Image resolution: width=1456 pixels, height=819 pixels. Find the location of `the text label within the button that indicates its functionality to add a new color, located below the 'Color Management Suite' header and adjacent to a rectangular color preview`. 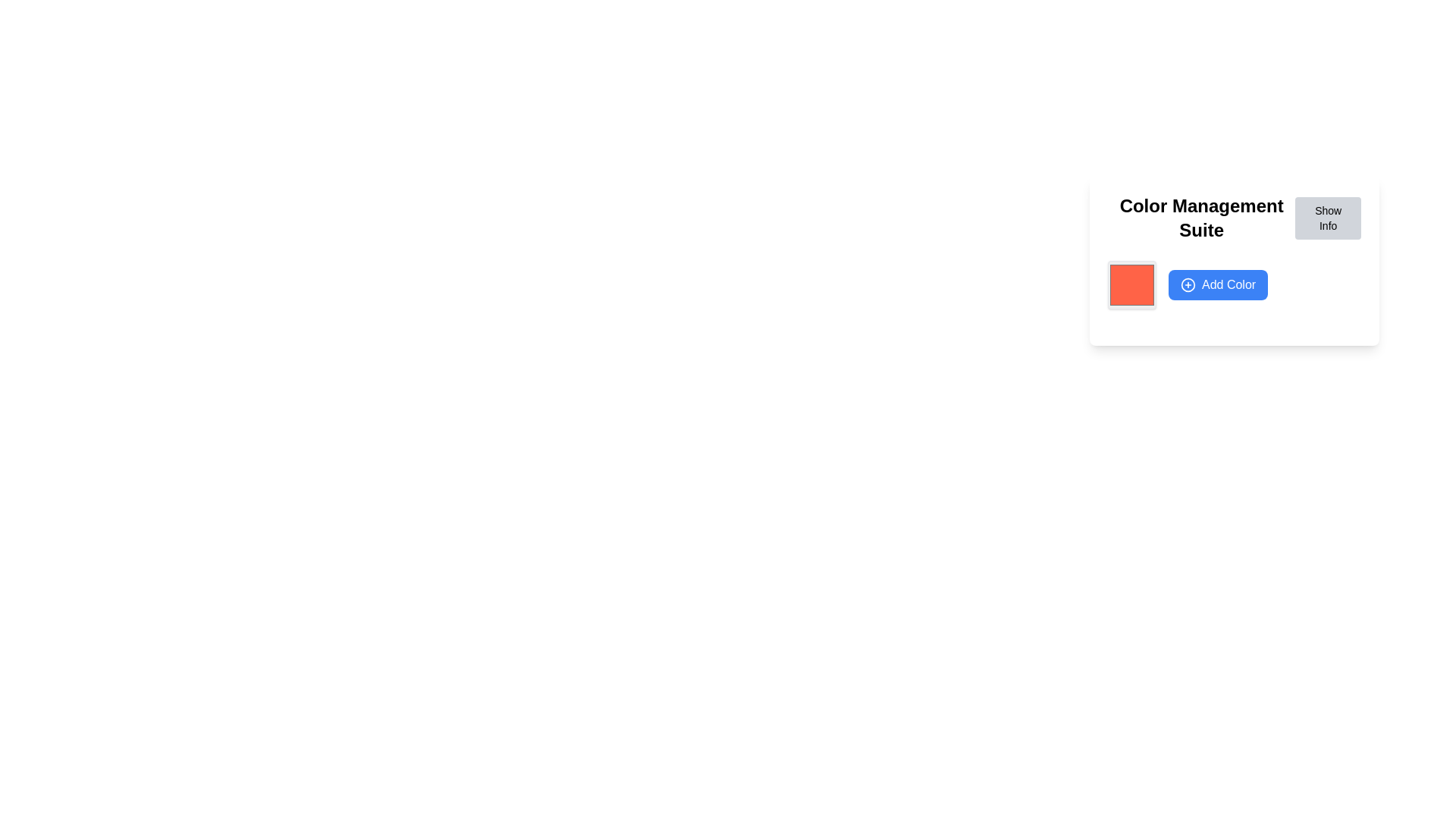

the text label within the button that indicates its functionality to add a new color, located below the 'Color Management Suite' header and adjacent to a rectangular color preview is located at coordinates (1228, 284).